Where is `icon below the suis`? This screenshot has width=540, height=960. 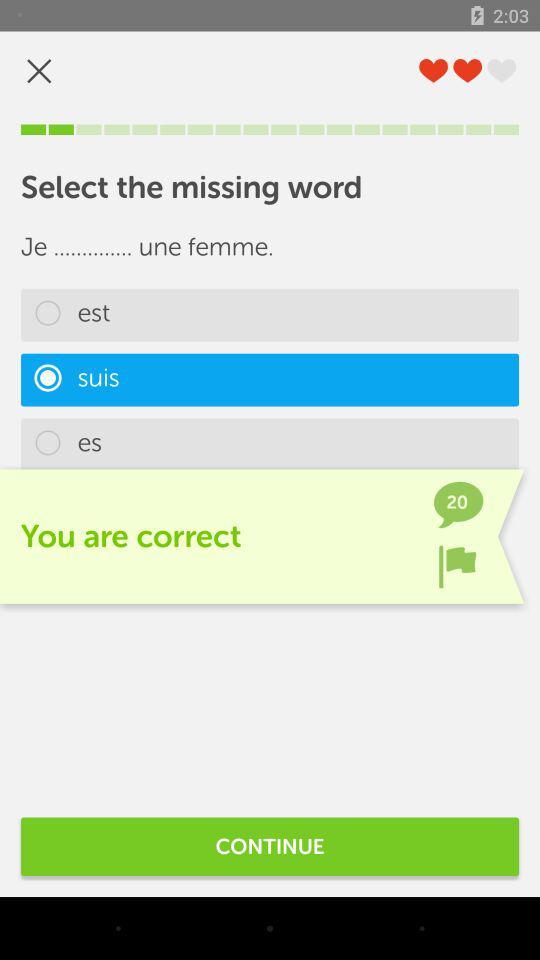 icon below the suis is located at coordinates (270, 444).